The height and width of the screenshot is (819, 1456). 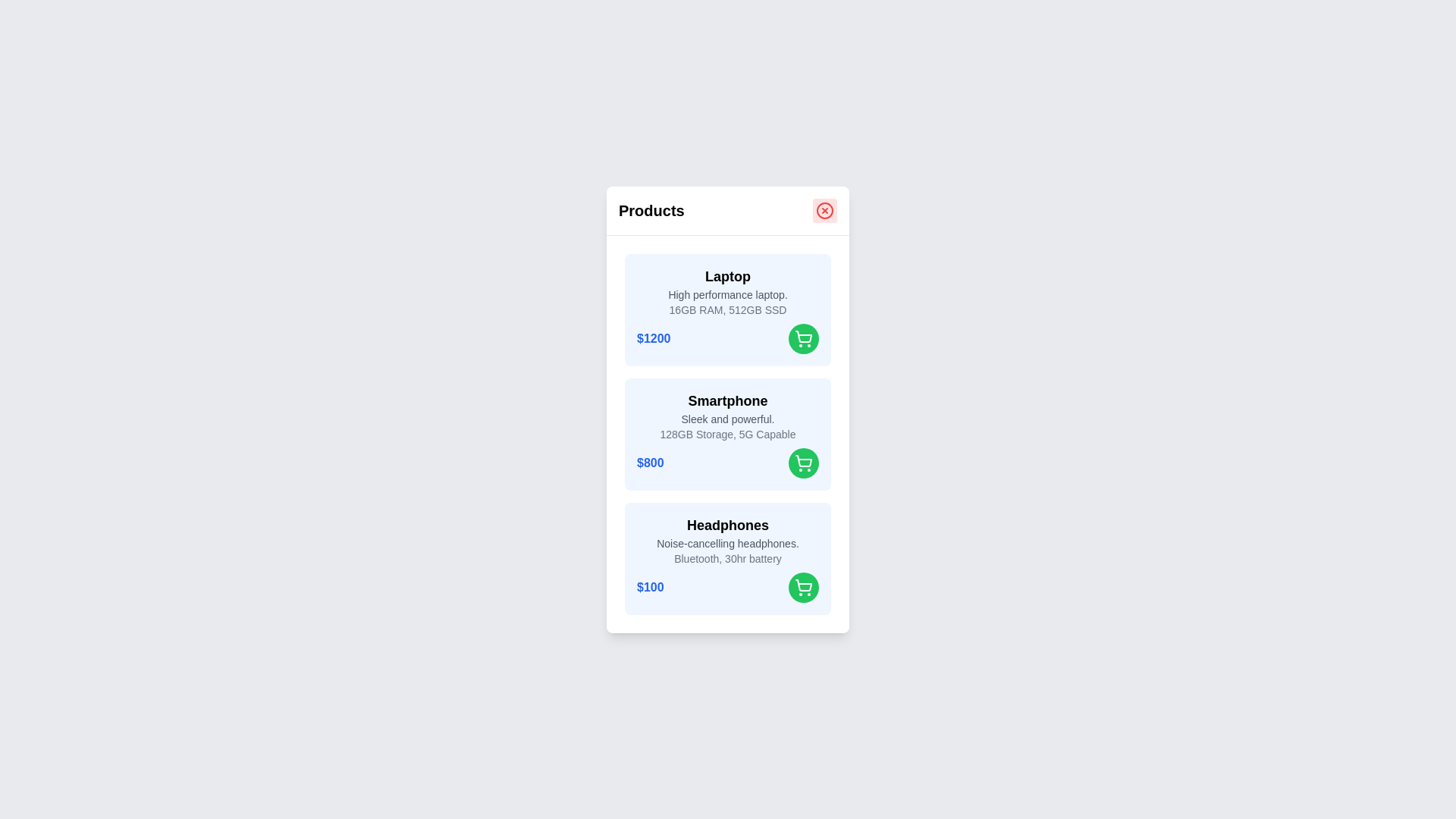 I want to click on the close button to close the dialog, so click(x=824, y=210).